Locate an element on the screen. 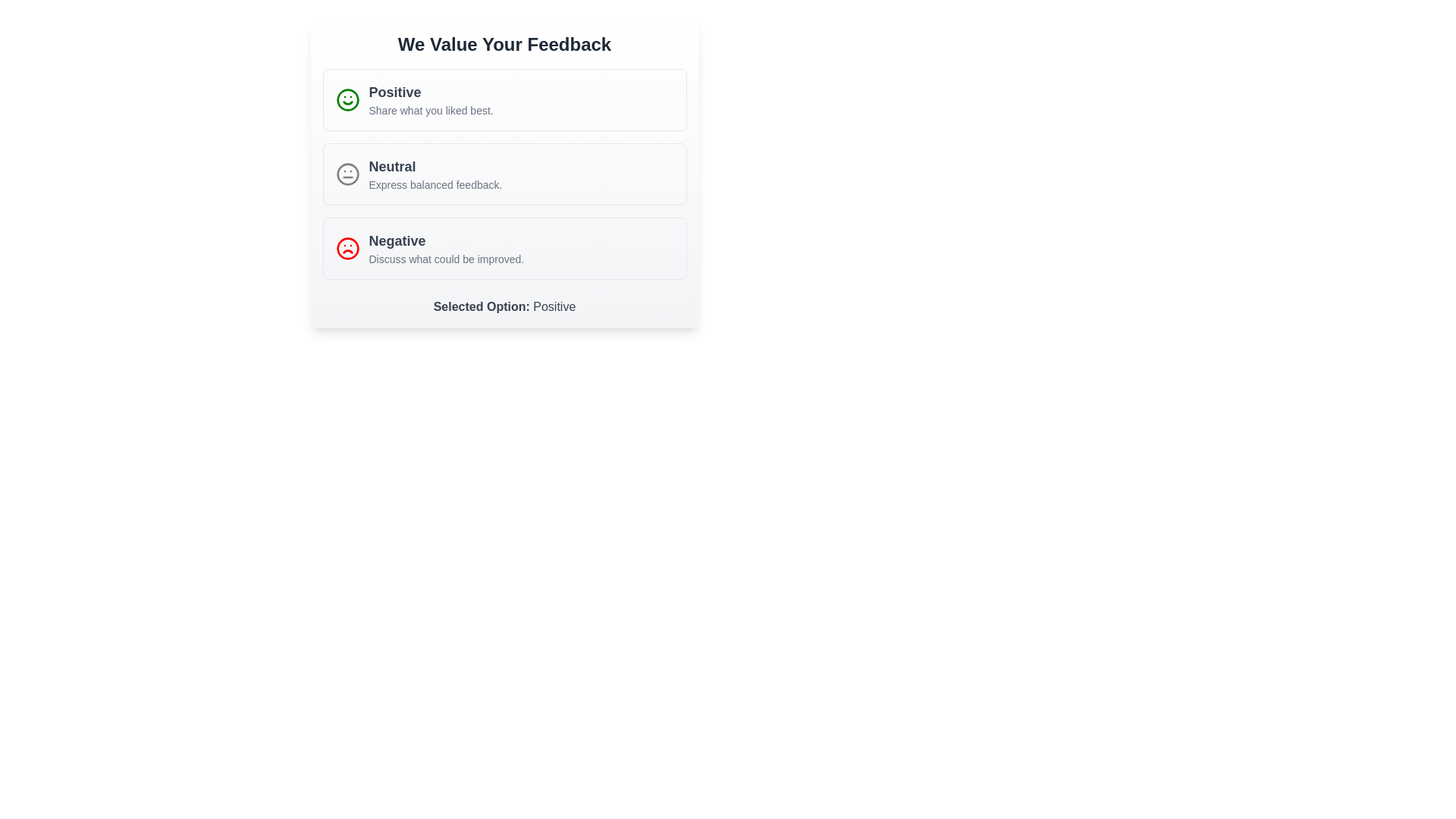  the circular outline of the neutral face icon, which is part of the second entry labeled 'Neutral' is located at coordinates (347, 174).